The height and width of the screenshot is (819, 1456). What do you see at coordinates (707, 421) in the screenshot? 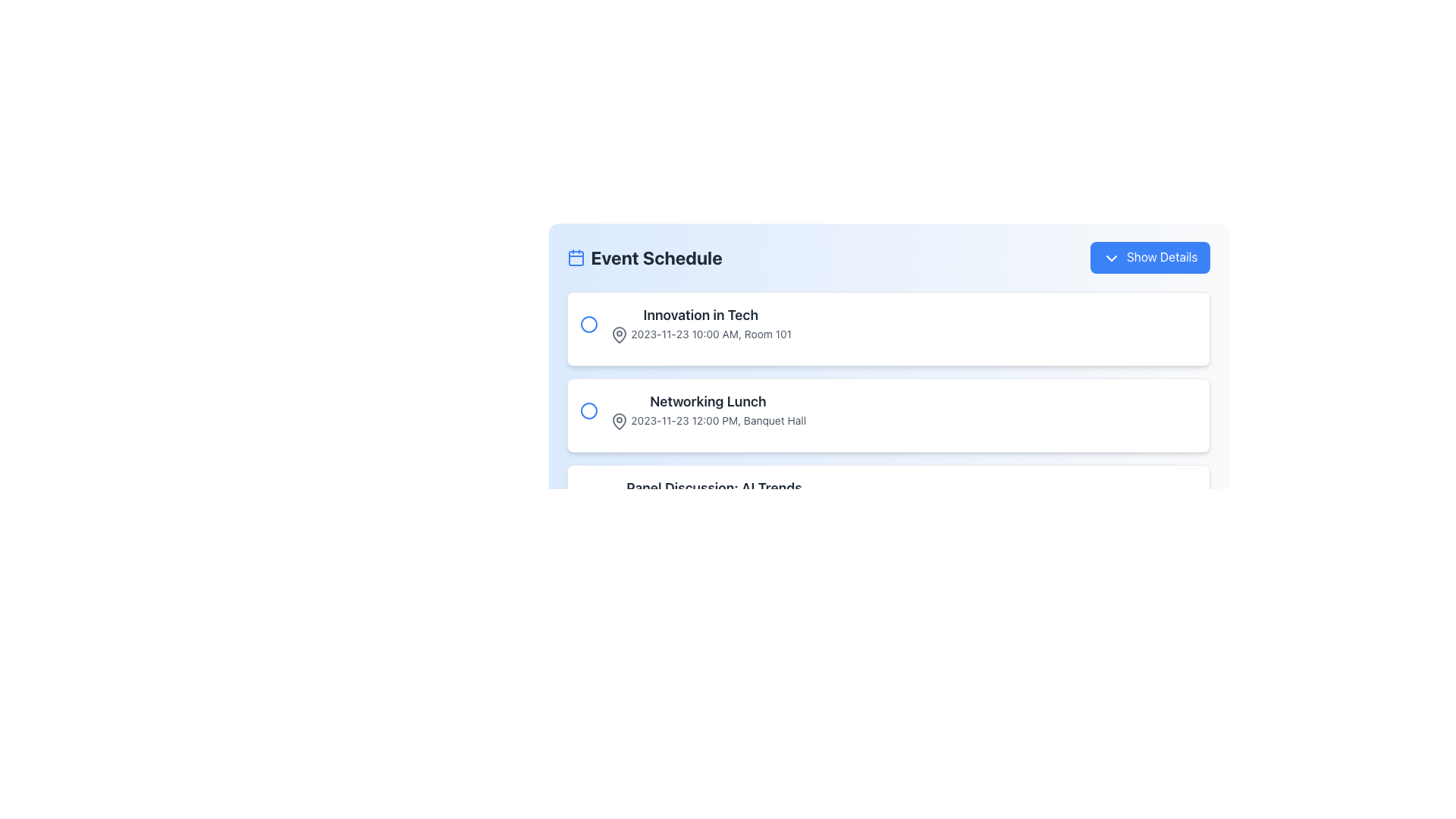
I see `the text label reading '2023-11-23 12:00 PM, Banquet Hall' which is styled with gray text and accompanied by a map pin icon, located below the 'Networking Lunch' title in the second card of the schedule layout` at bounding box center [707, 421].